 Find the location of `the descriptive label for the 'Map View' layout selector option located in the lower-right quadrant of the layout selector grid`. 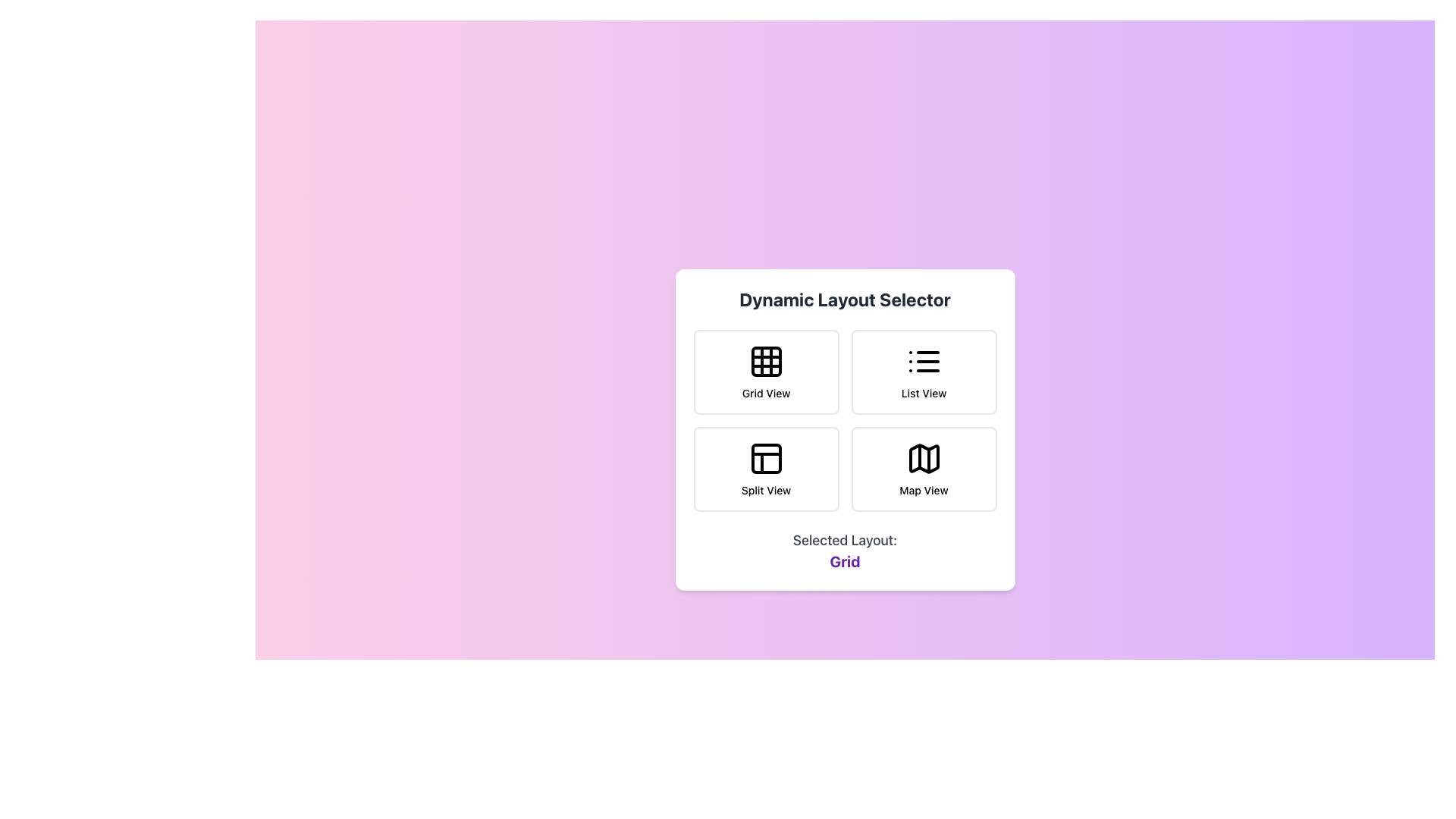

the descriptive label for the 'Map View' layout selector option located in the lower-right quadrant of the layout selector grid is located at coordinates (923, 491).